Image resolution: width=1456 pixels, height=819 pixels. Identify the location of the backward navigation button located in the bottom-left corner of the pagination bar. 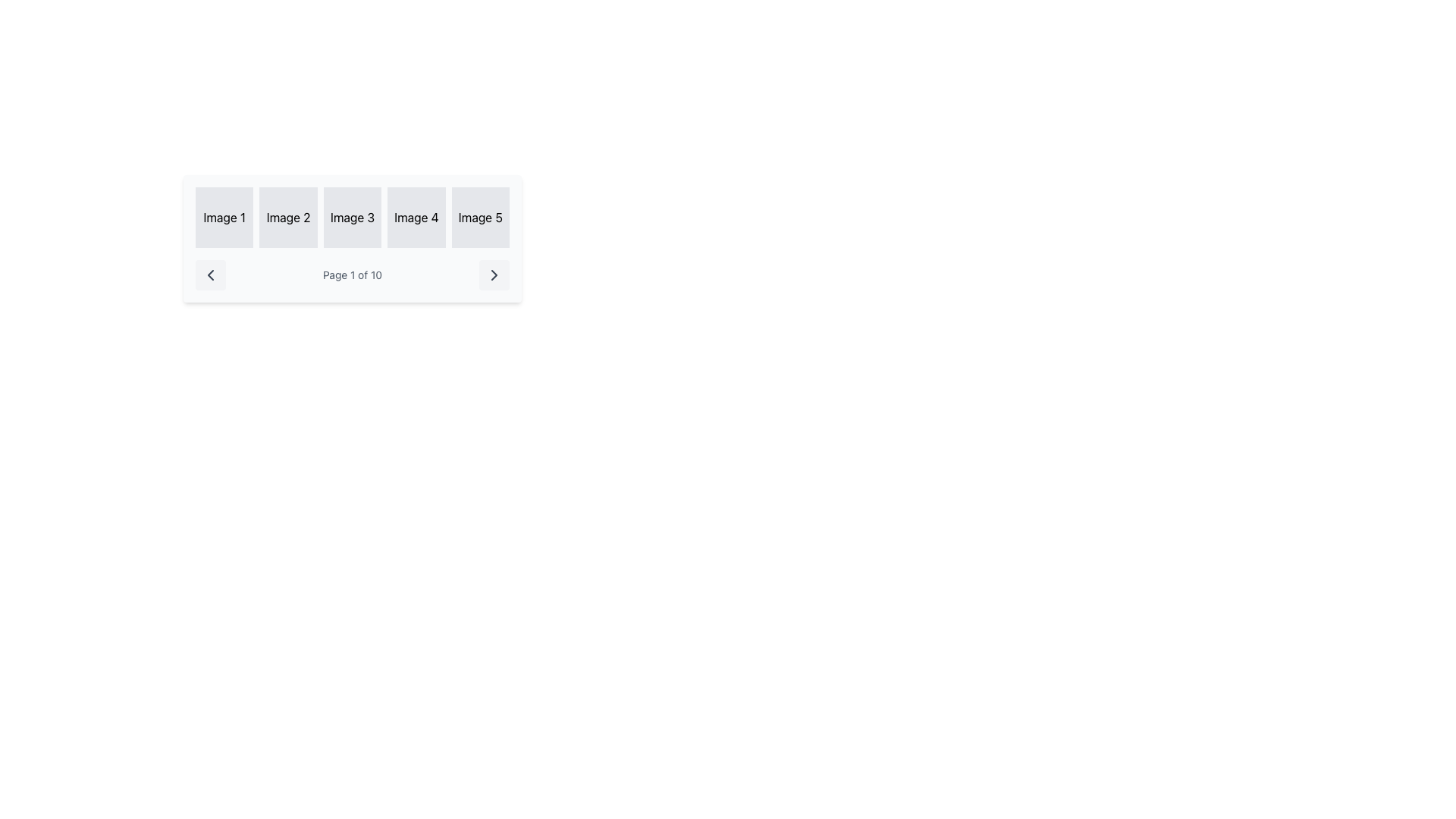
(210, 275).